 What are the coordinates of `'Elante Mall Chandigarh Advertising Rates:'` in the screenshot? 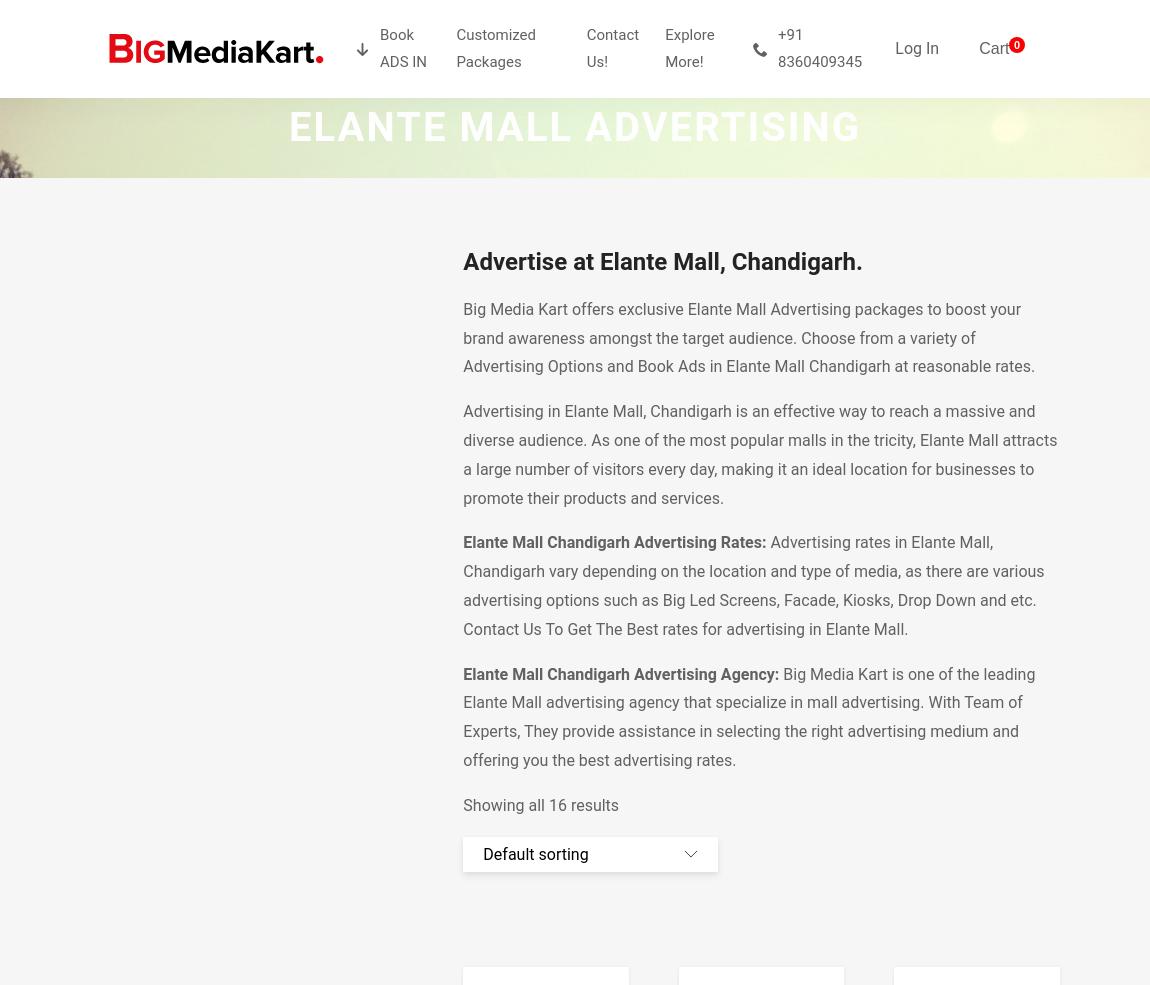 It's located at (613, 542).